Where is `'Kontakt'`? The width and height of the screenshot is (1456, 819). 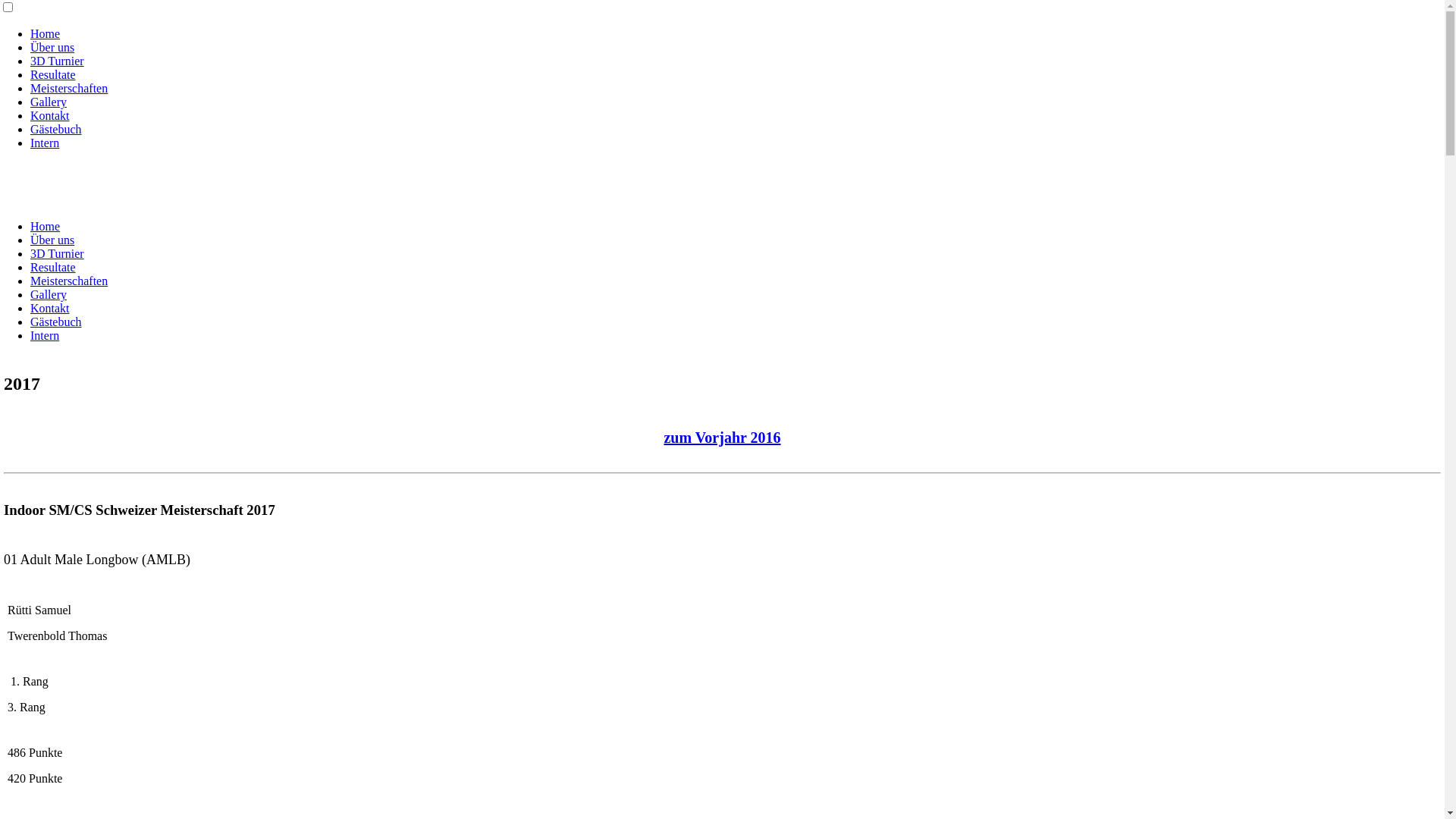
'Kontakt' is located at coordinates (50, 115).